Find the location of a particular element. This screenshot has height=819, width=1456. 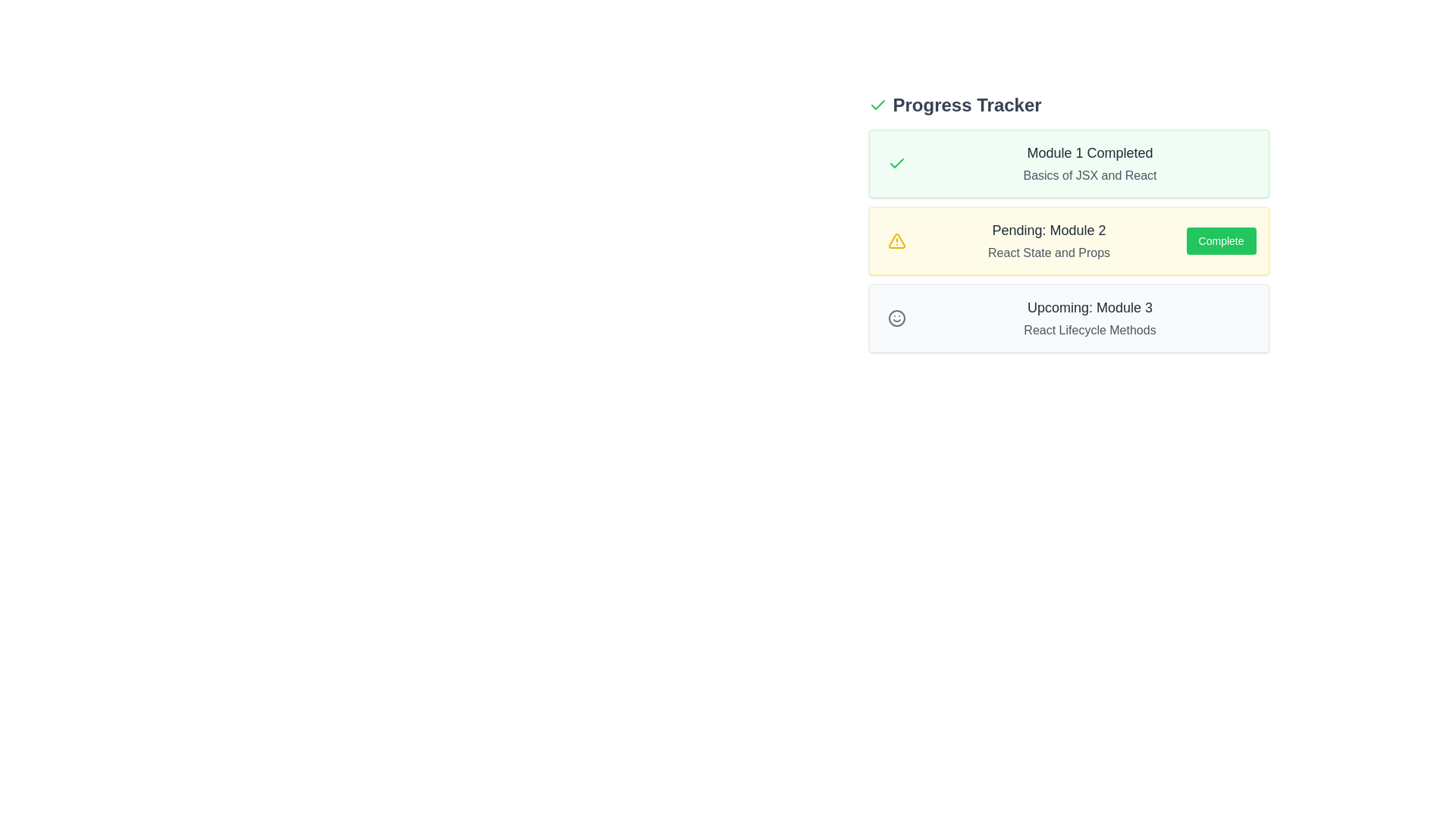

text from the Progress Tracker Module Block that shows 'Module 1 Completed' and 'Basics of JSX and React', which is located beneath the 'Progress Tracker' heading is located at coordinates (1068, 164).